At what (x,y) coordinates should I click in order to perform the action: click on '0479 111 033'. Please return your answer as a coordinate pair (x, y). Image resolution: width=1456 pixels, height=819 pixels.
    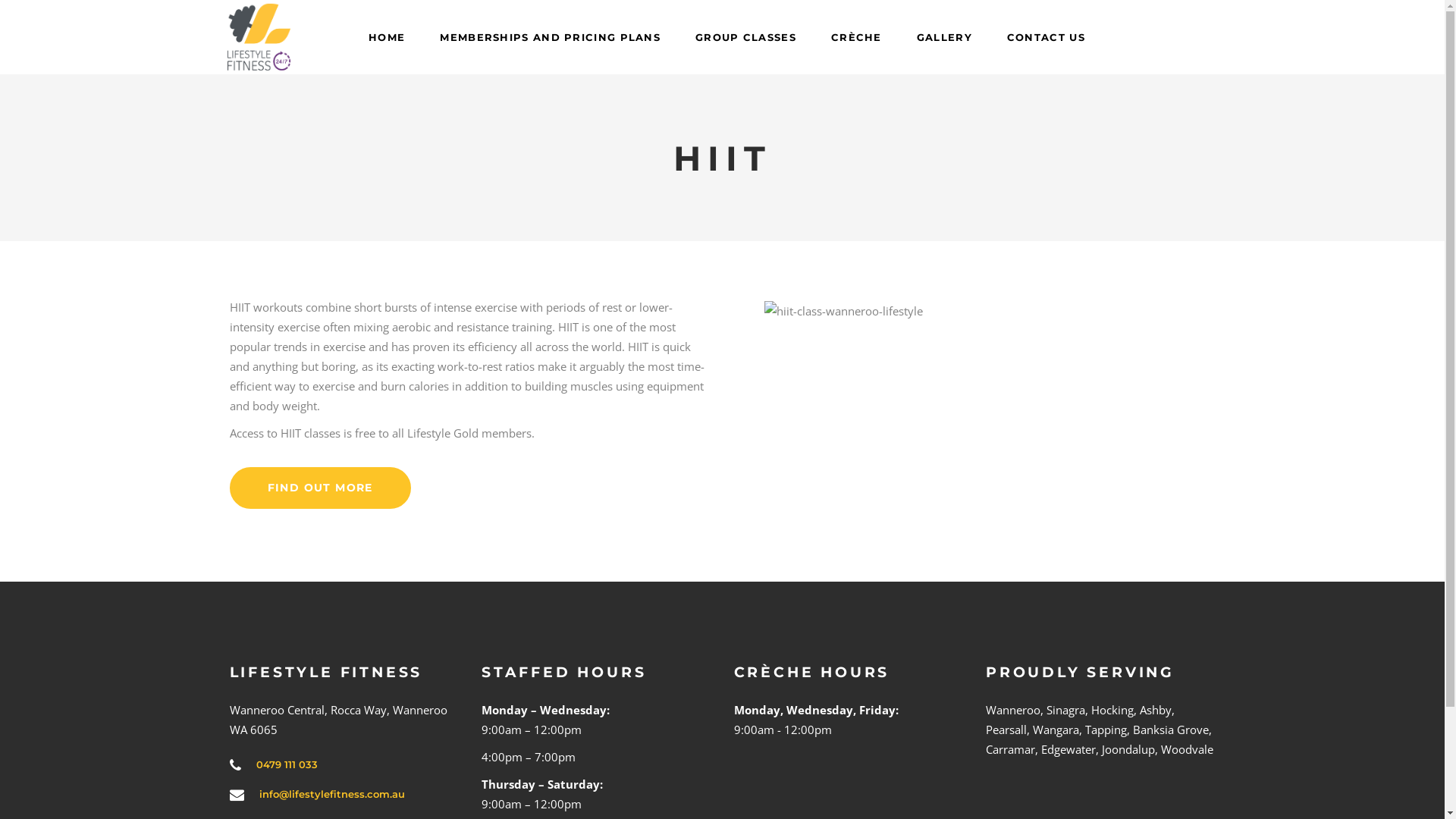
    Looking at the image, I should click on (287, 764).